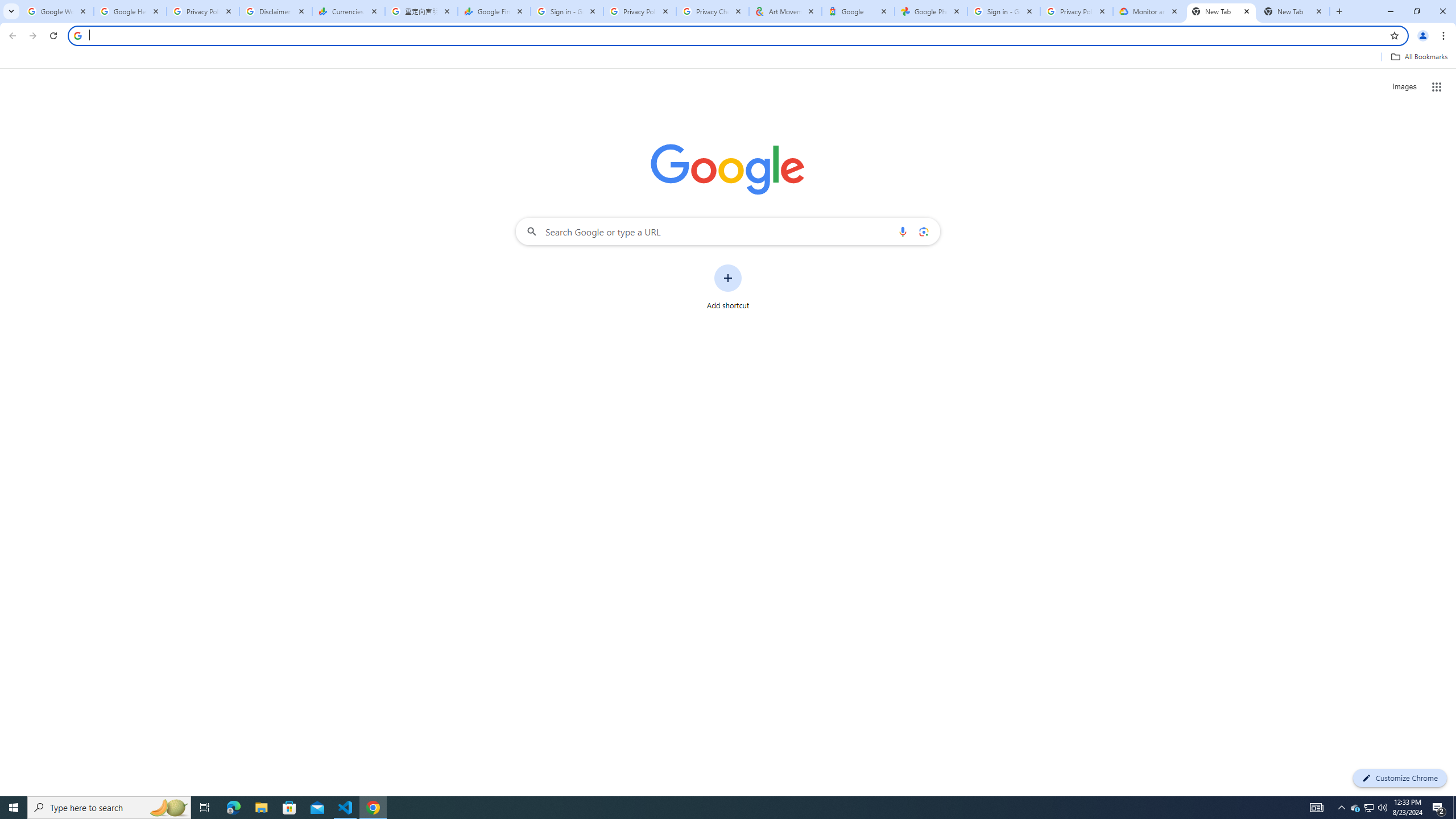  Describe the element at coordinates (1221, 11) in the screenshot. I see `'New Tab'` at that location.